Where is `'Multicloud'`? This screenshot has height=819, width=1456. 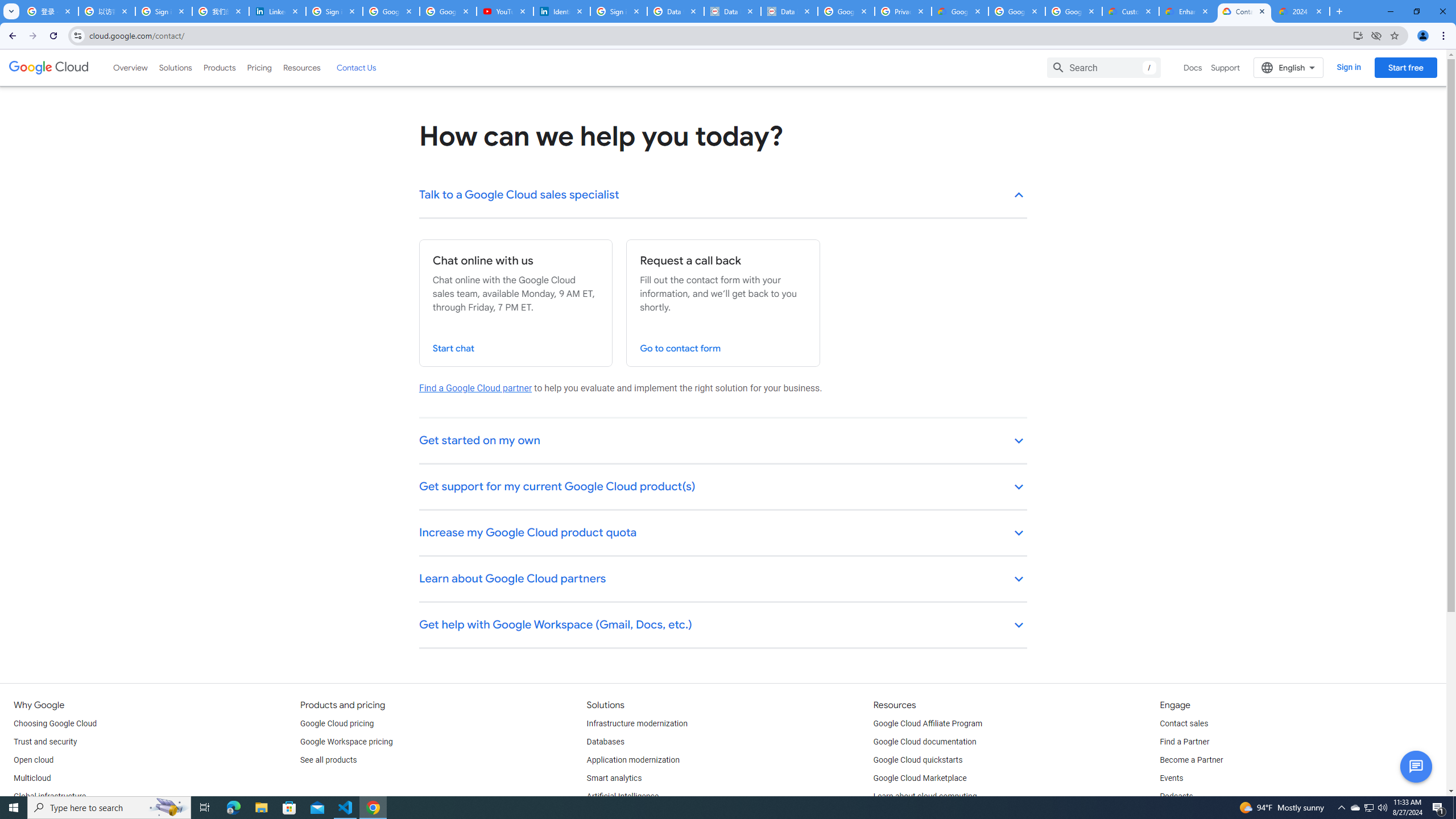 'Multicloud' is located at coordinates (32, 778).